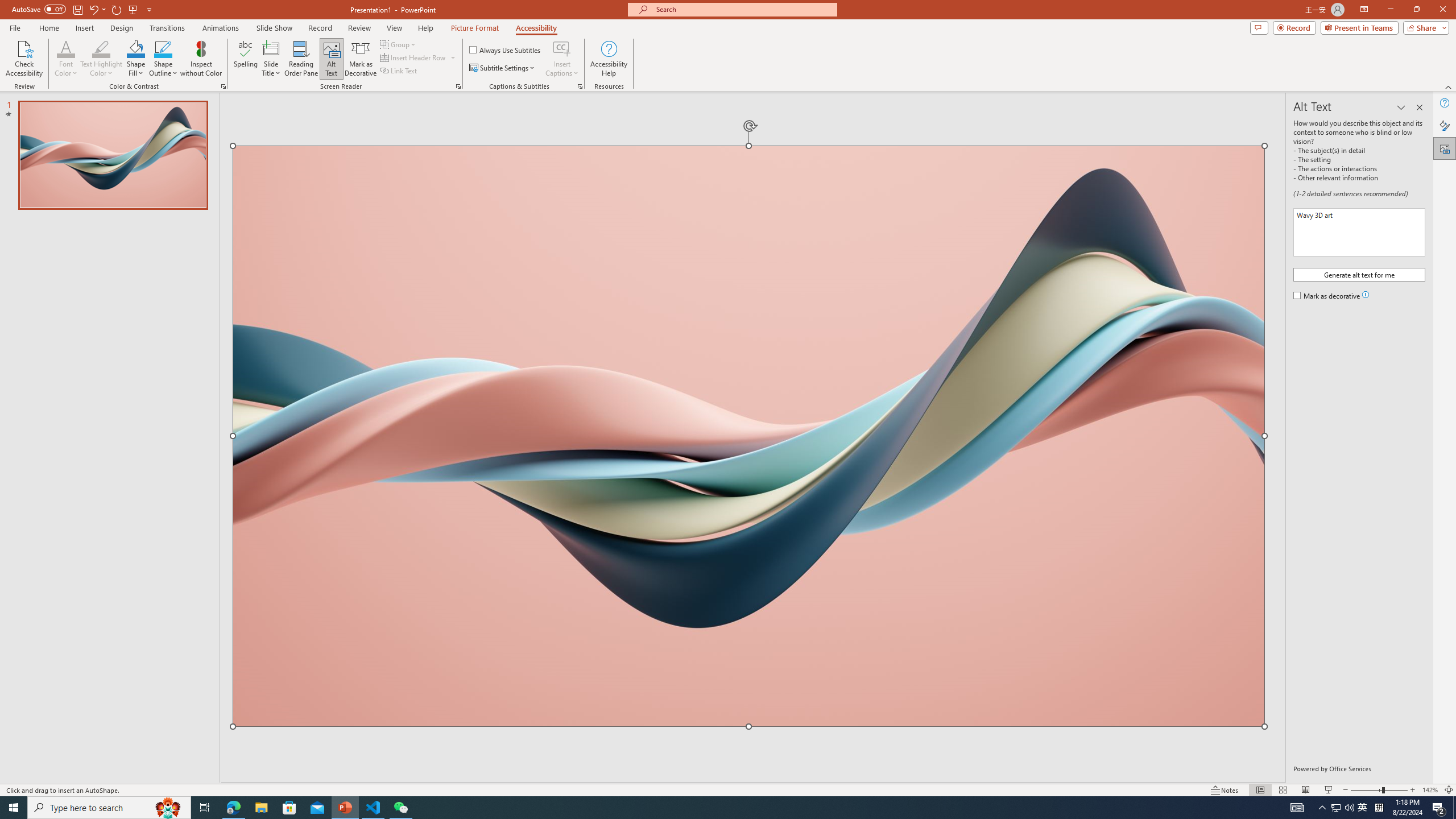 The image size is (1456, 819). What do you see at coordinates (580, 85) in the screenshot?
I see `'Captions & Subtitles'` at bounding box center [580, 85].